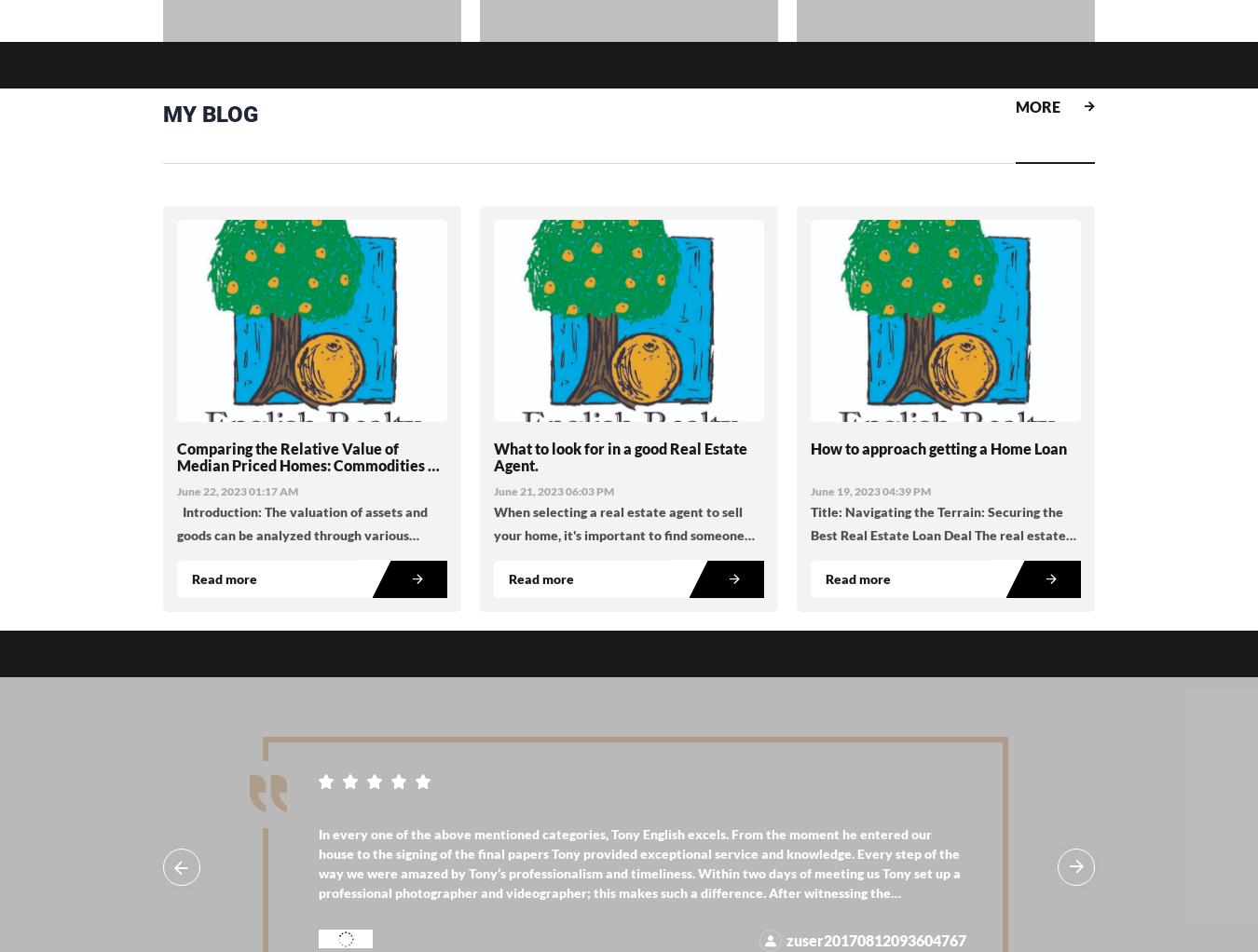 This screenshot has width=1258, height=952. What do you see at coordinates (310, 465) in the screenshot?
I see `'Comparing the Relative Value of Median Priced Homes: Commodities vs. US Dollars'` at bounding box center [310, 465].